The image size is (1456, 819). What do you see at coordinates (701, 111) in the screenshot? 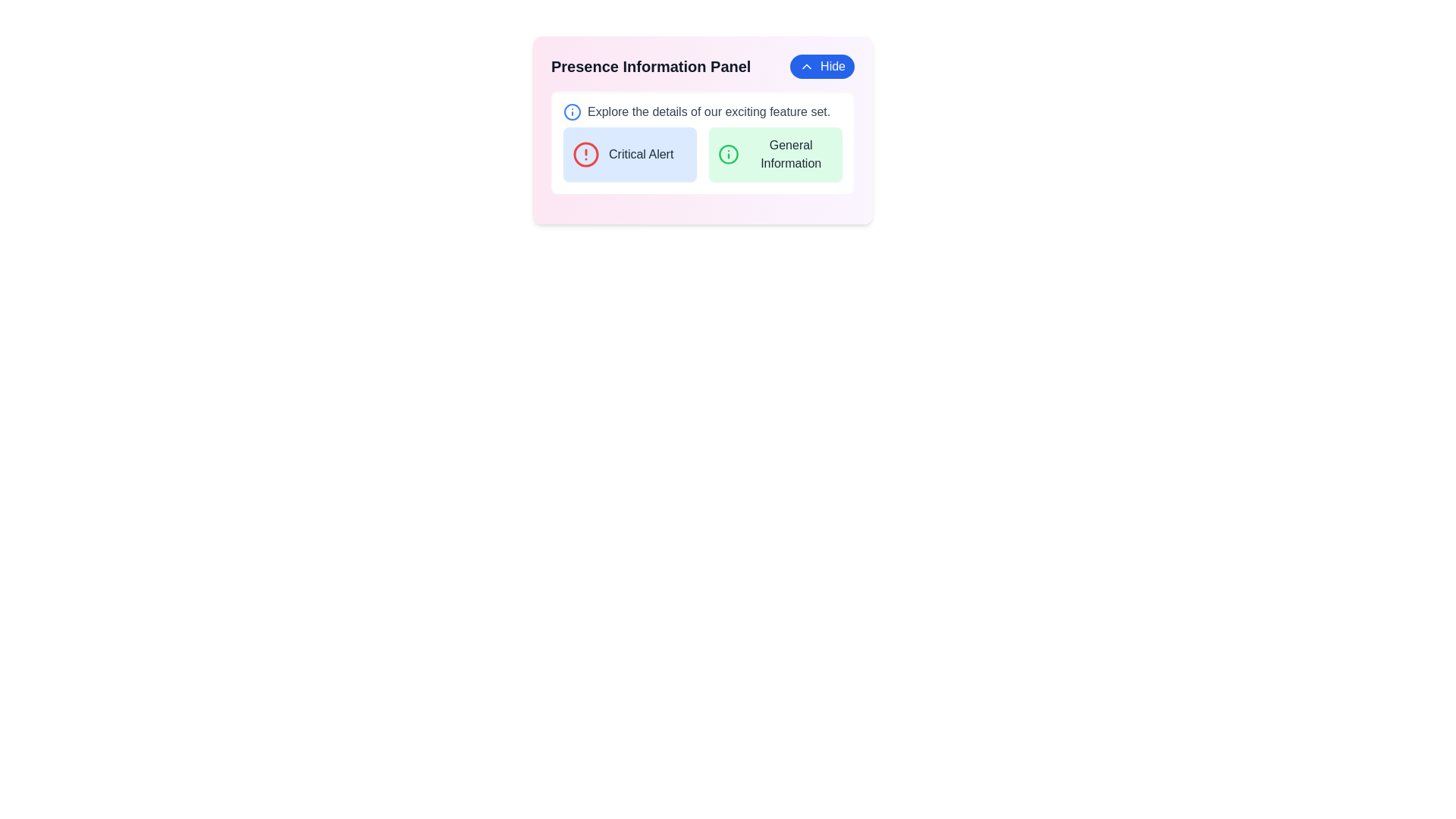
I see `the informational text with the icon that includes a blue outlined circular icon with an 'i' and the text 'Explore the details of our exciting feature set.'` at bounding box center [701, 111].